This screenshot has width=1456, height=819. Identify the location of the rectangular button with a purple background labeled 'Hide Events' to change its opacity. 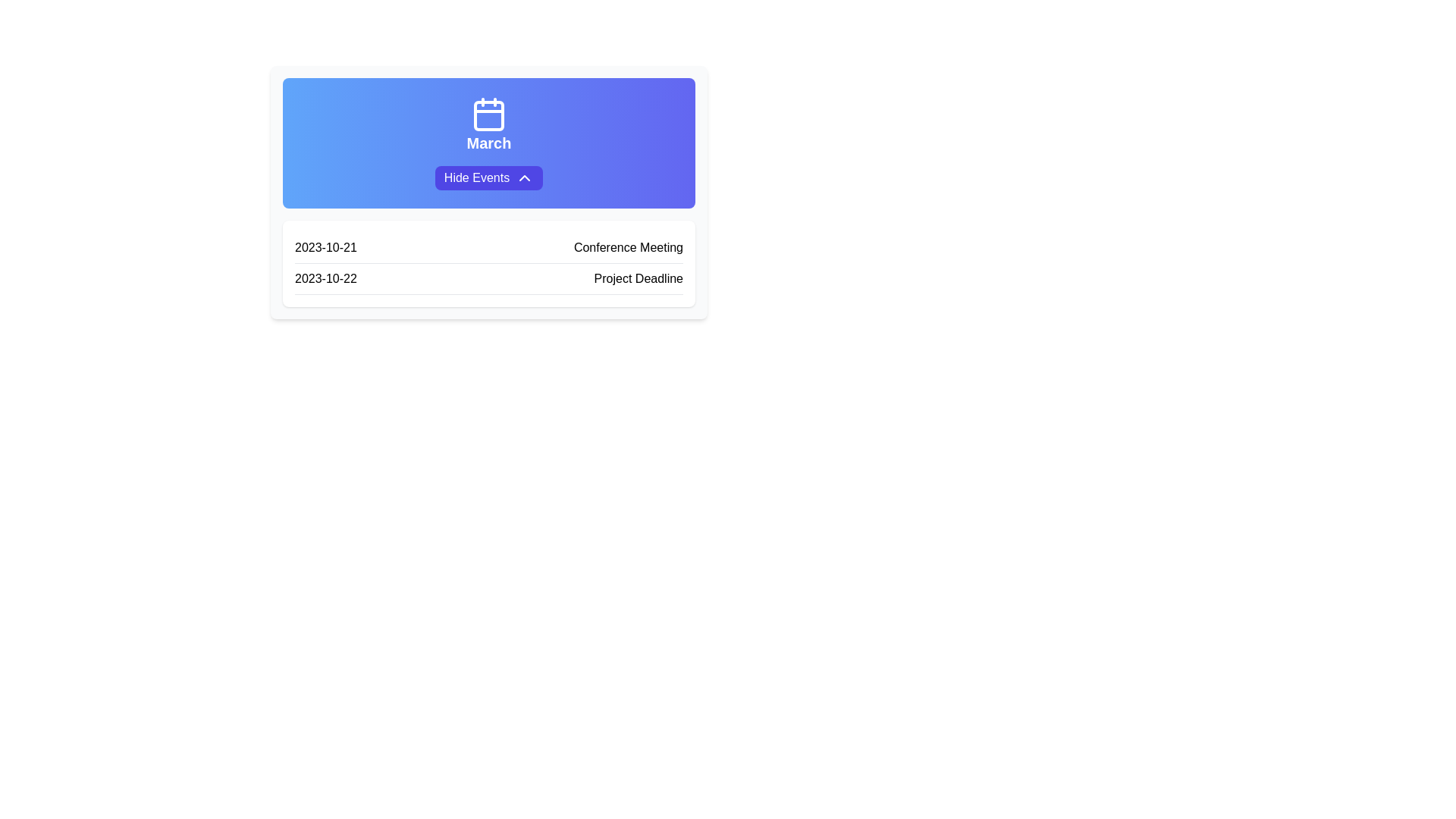
(488, 177).